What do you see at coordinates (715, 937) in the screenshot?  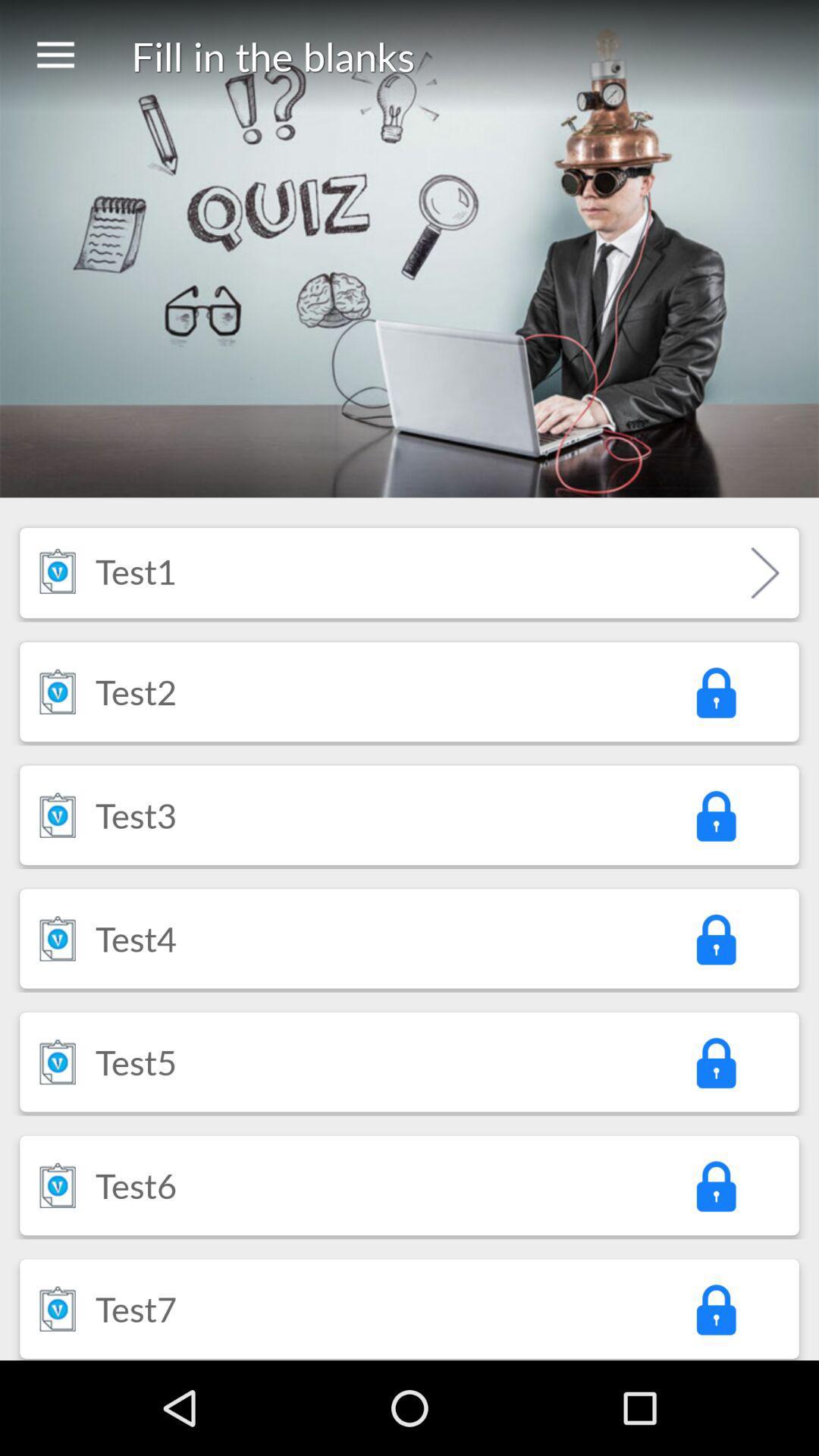 I see `icon next to test4` at bounding box center [715, 937].